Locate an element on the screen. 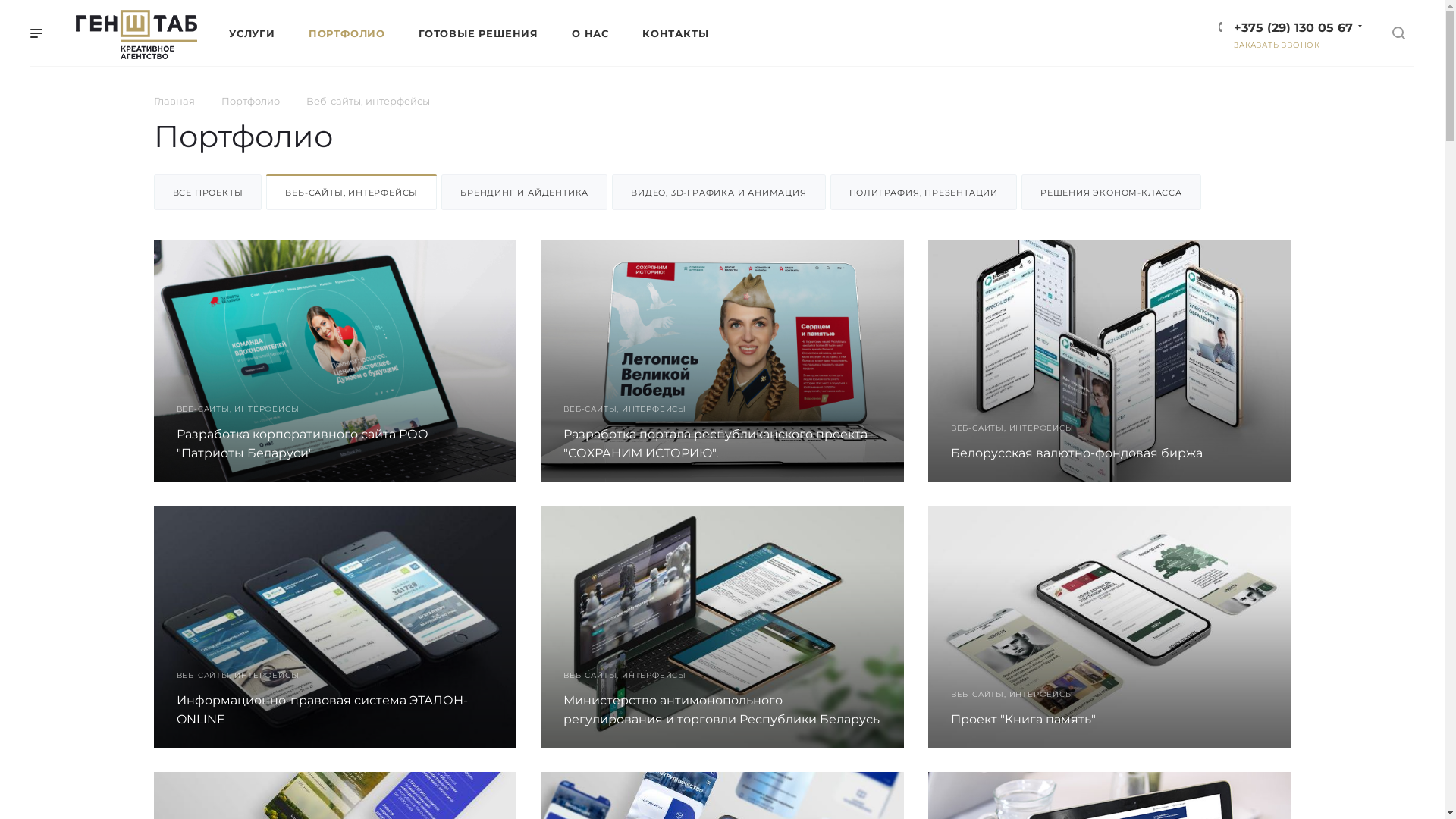  '+375 (29) 130 05 67' is located at coordinates (1292, 27).